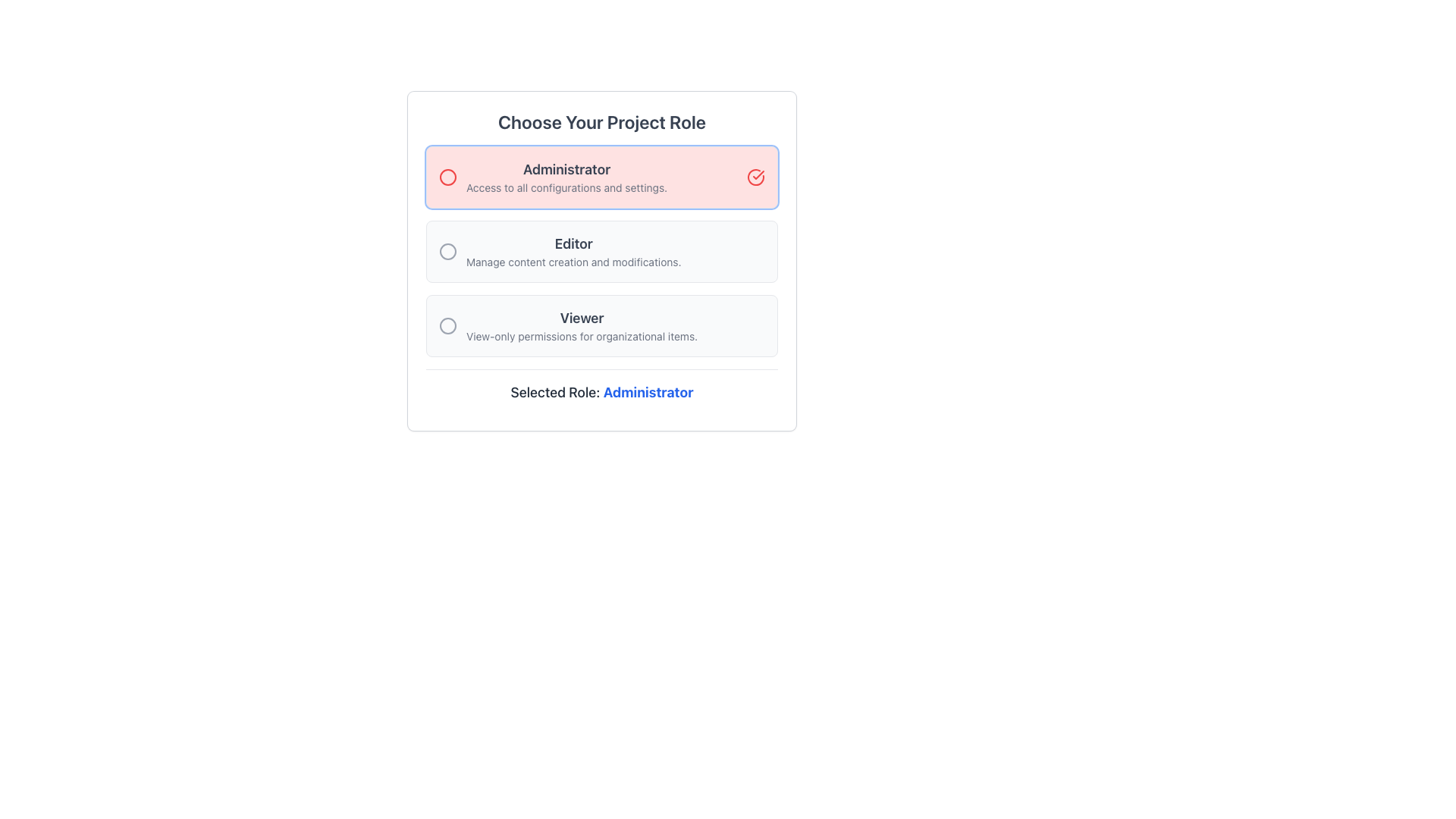 The width and height of the screenshot is (1456, 819). I want to click on the 'Editor' text label, which is displayed in bold gray font and located in the second role selection card, positioned between the 'Administrator' and 'Viewer' cards, so click(573, 243).